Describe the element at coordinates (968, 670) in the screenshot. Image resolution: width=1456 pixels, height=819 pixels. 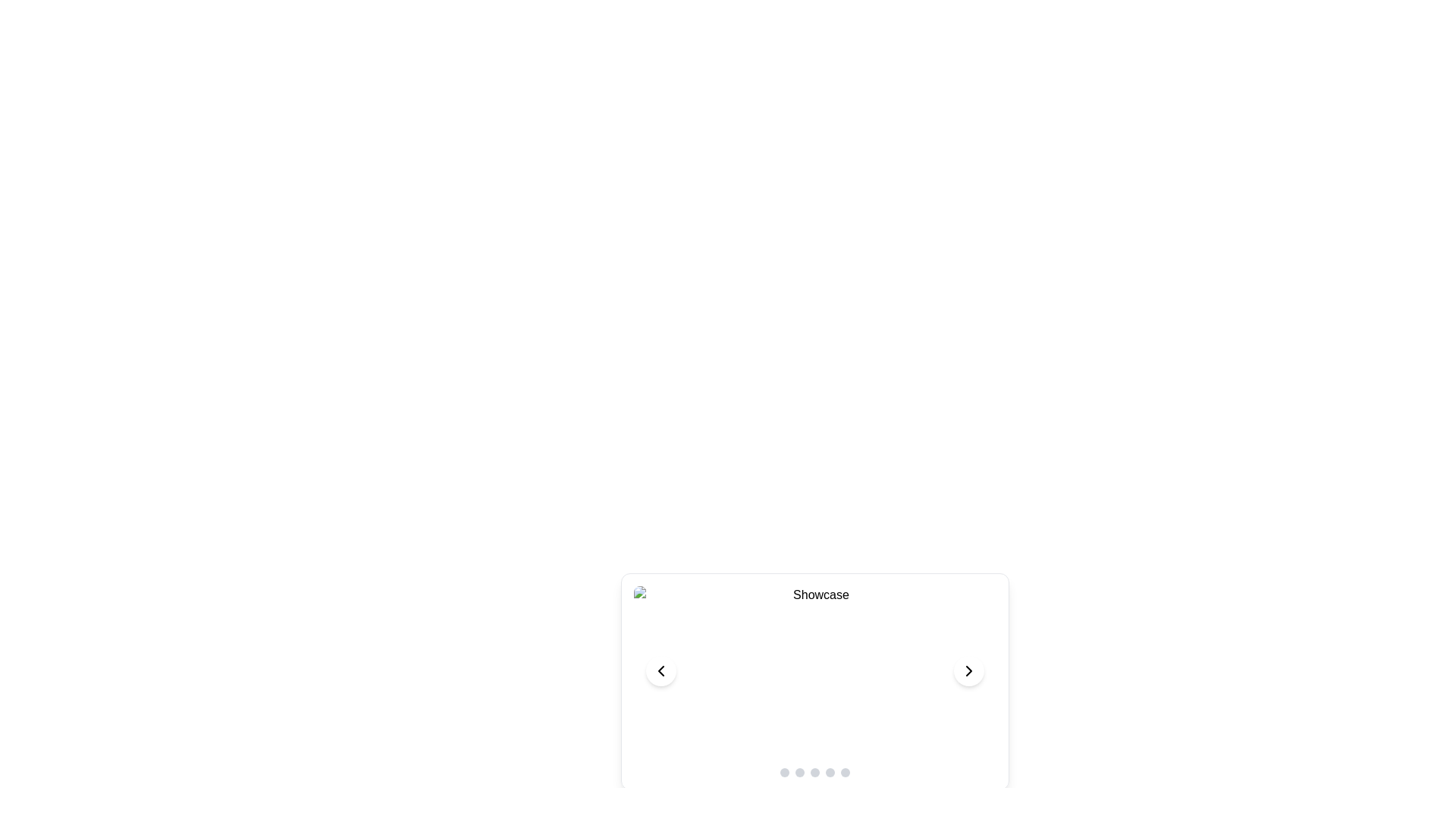
I see `the navigation button that advances the carousel or slideshow to the next item for keyboard navigation` at that location.